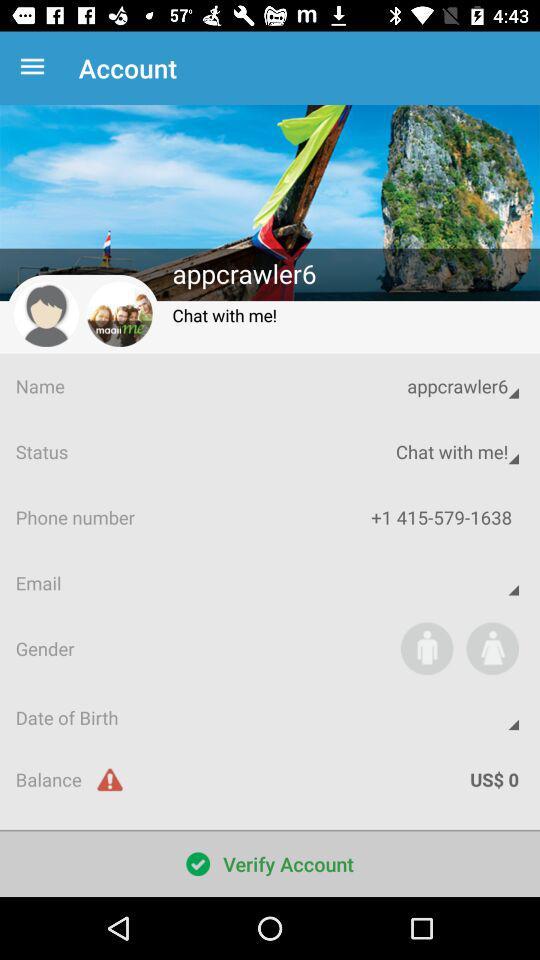  Describe the element at coordinates (426, 647) in the screenshot. I see `the icon above the date of birth app` at that location.